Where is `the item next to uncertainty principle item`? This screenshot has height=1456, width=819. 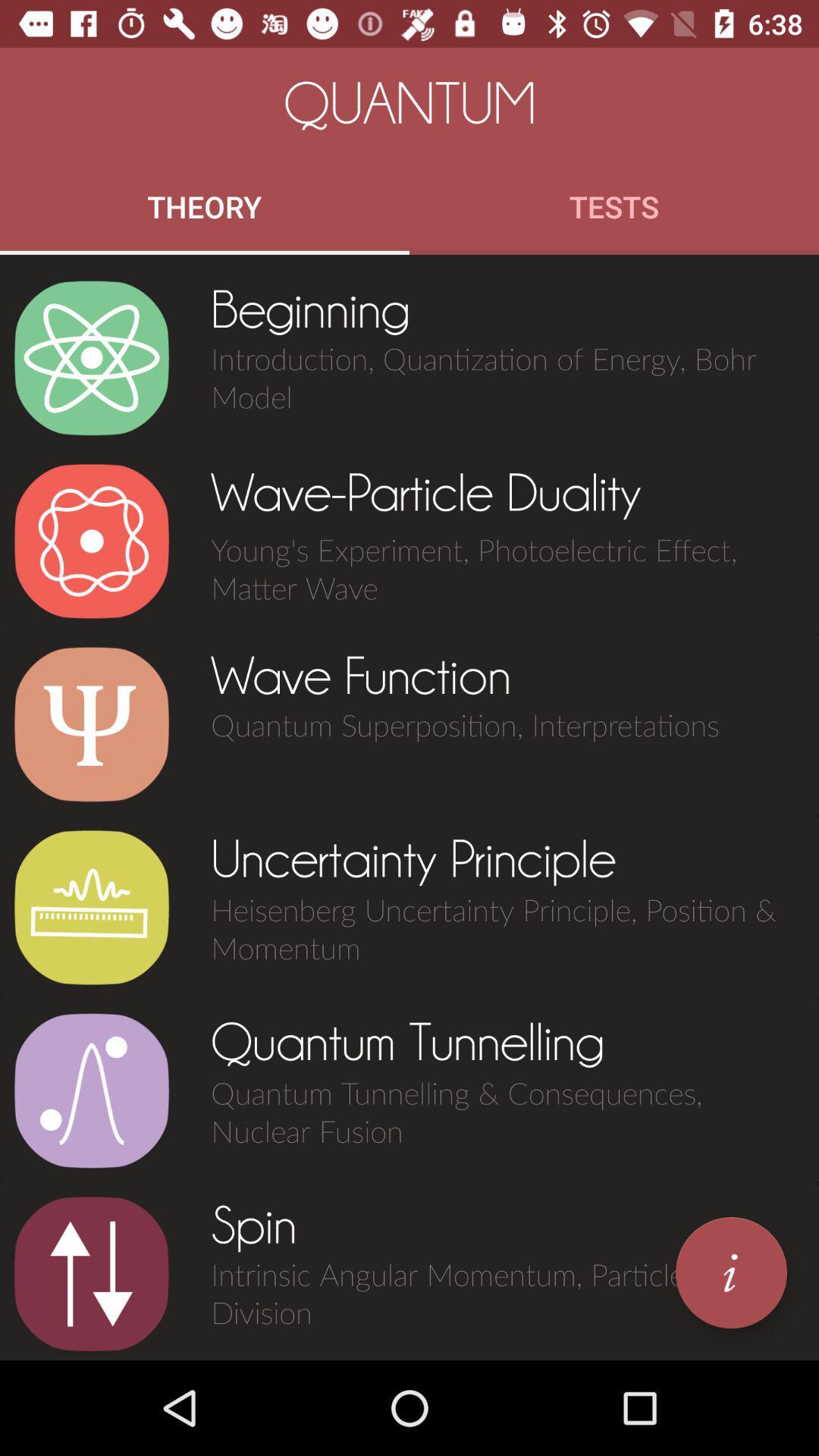 the item next to uncertainty principle item is located at coordinates (91, 907).